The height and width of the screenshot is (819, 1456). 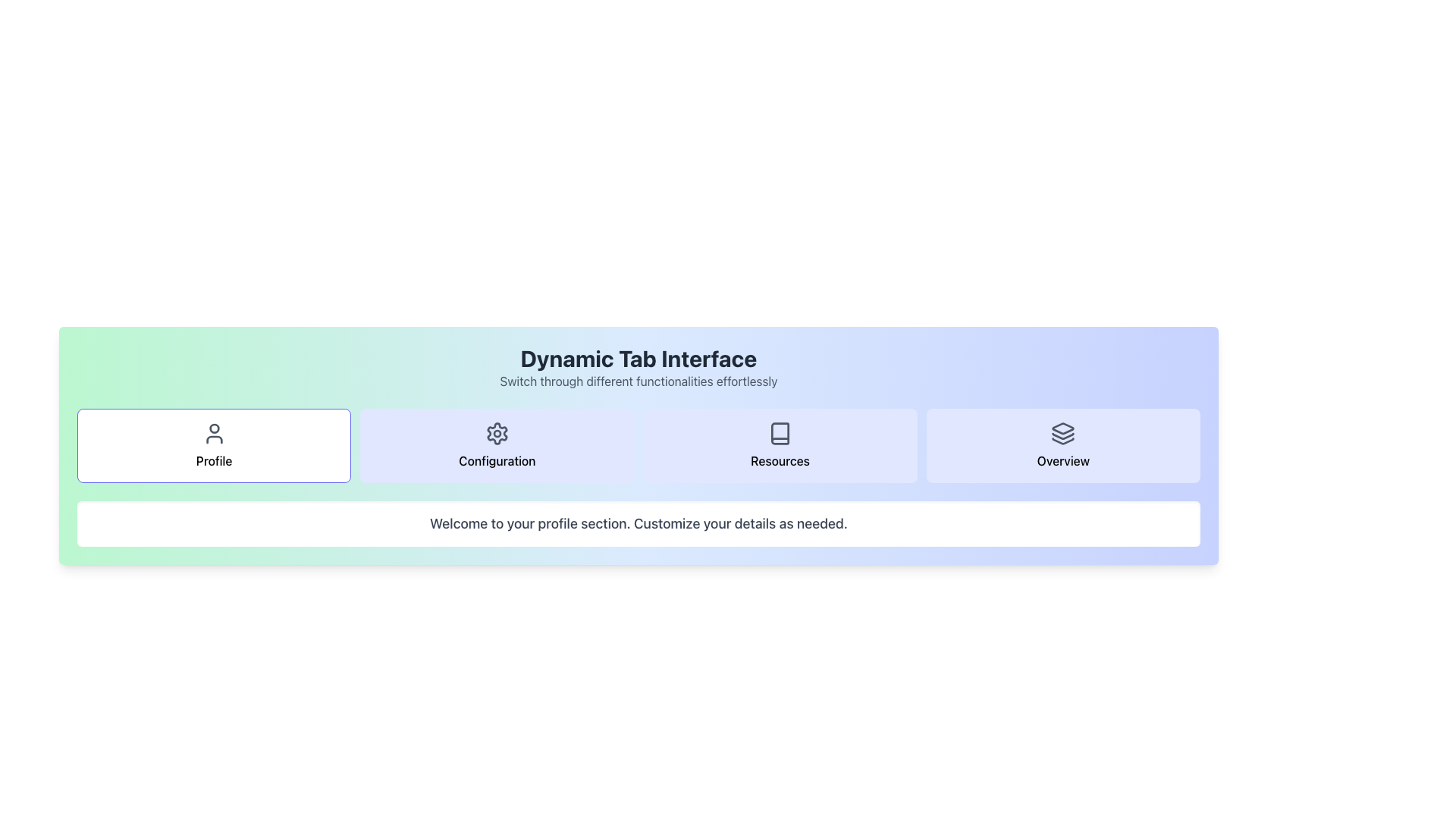 What do you see at coordinates (497, 460) in the screenshot?
I see `the 'Configuration' text label located below the gear icon in the navigation interface` at bounding box center [497, 460].